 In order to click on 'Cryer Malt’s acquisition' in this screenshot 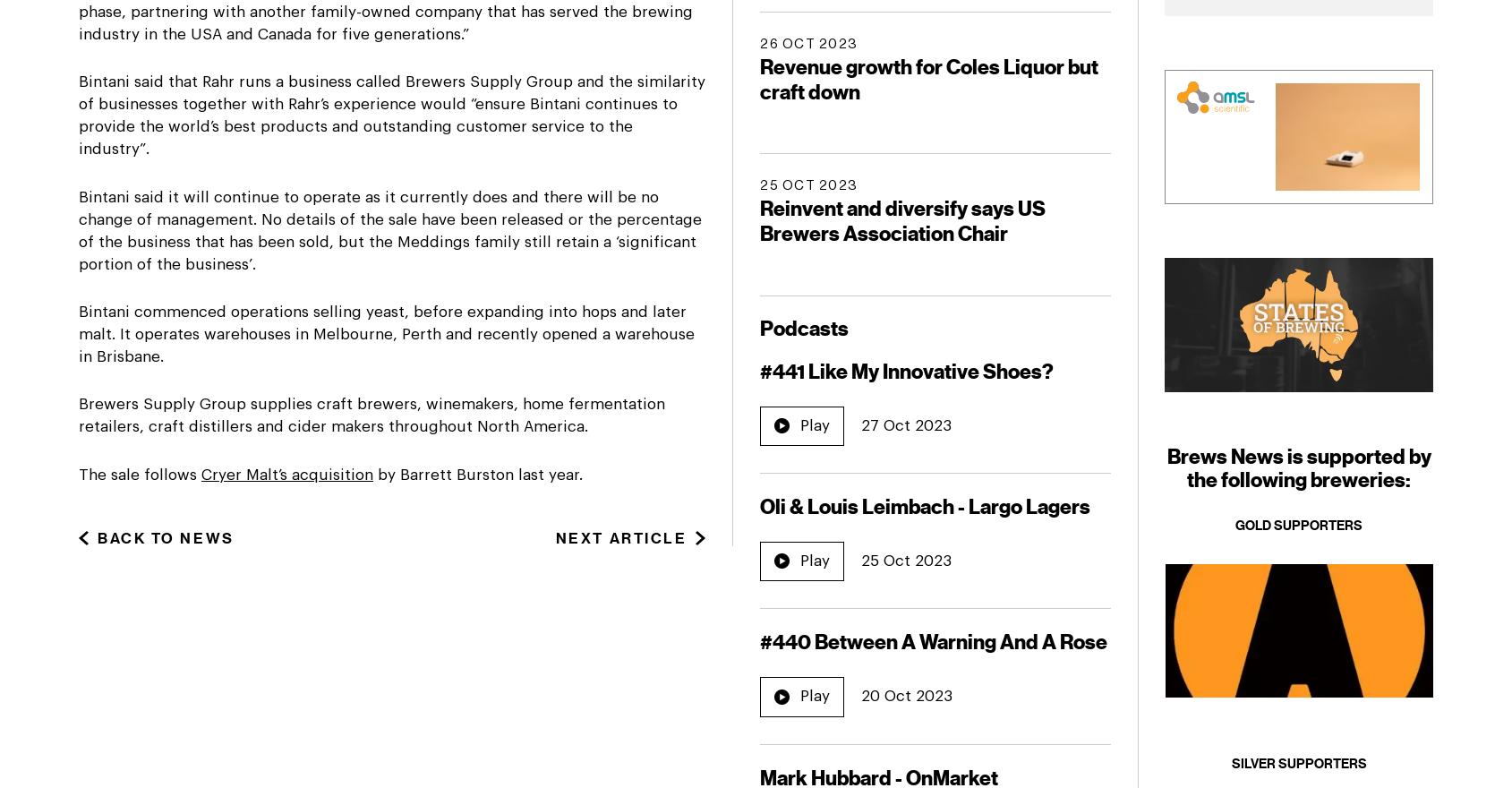, I will do `click(287, 473)`.